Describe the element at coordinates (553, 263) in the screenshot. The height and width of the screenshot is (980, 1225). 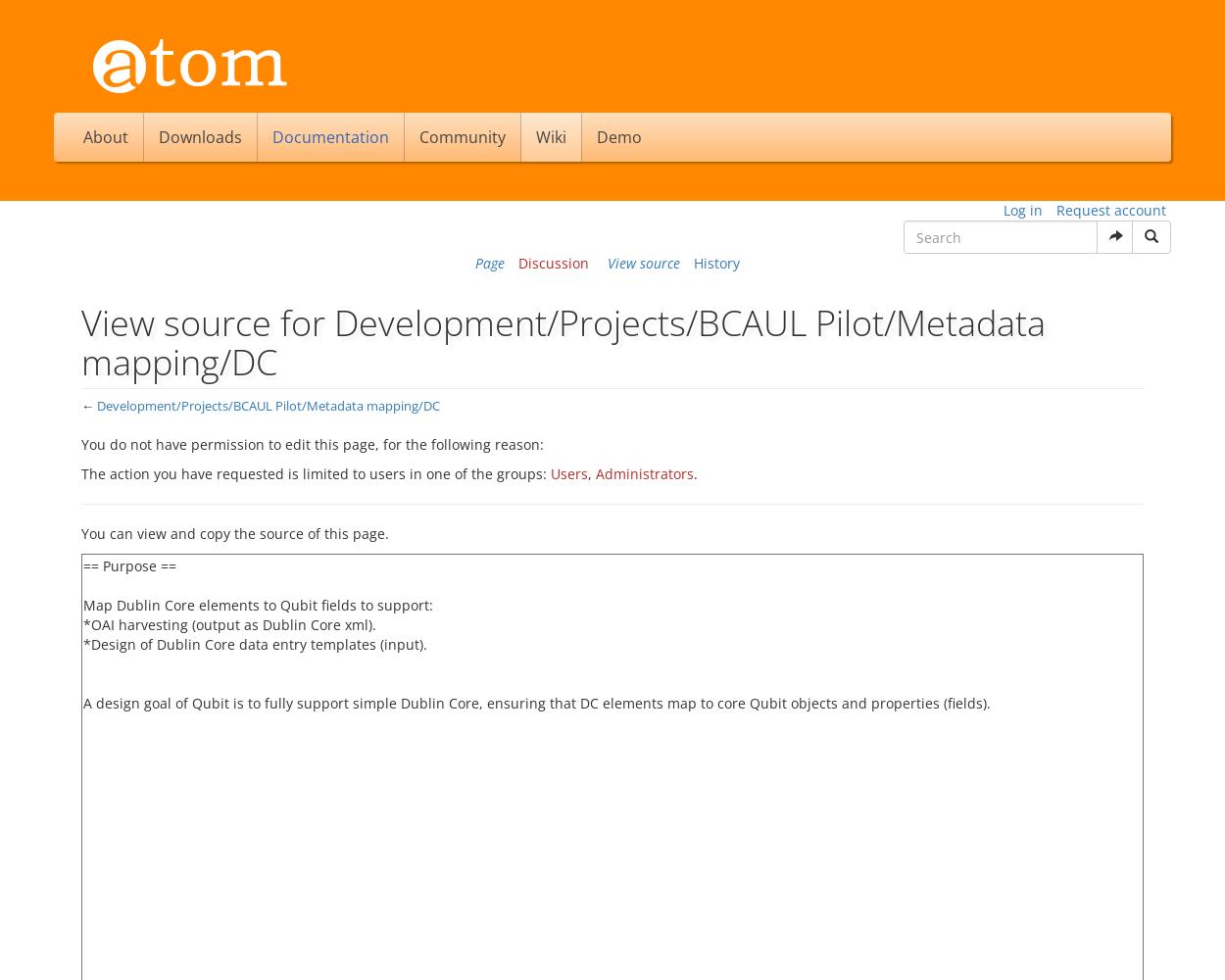
I see `'Discussion'` at that location.